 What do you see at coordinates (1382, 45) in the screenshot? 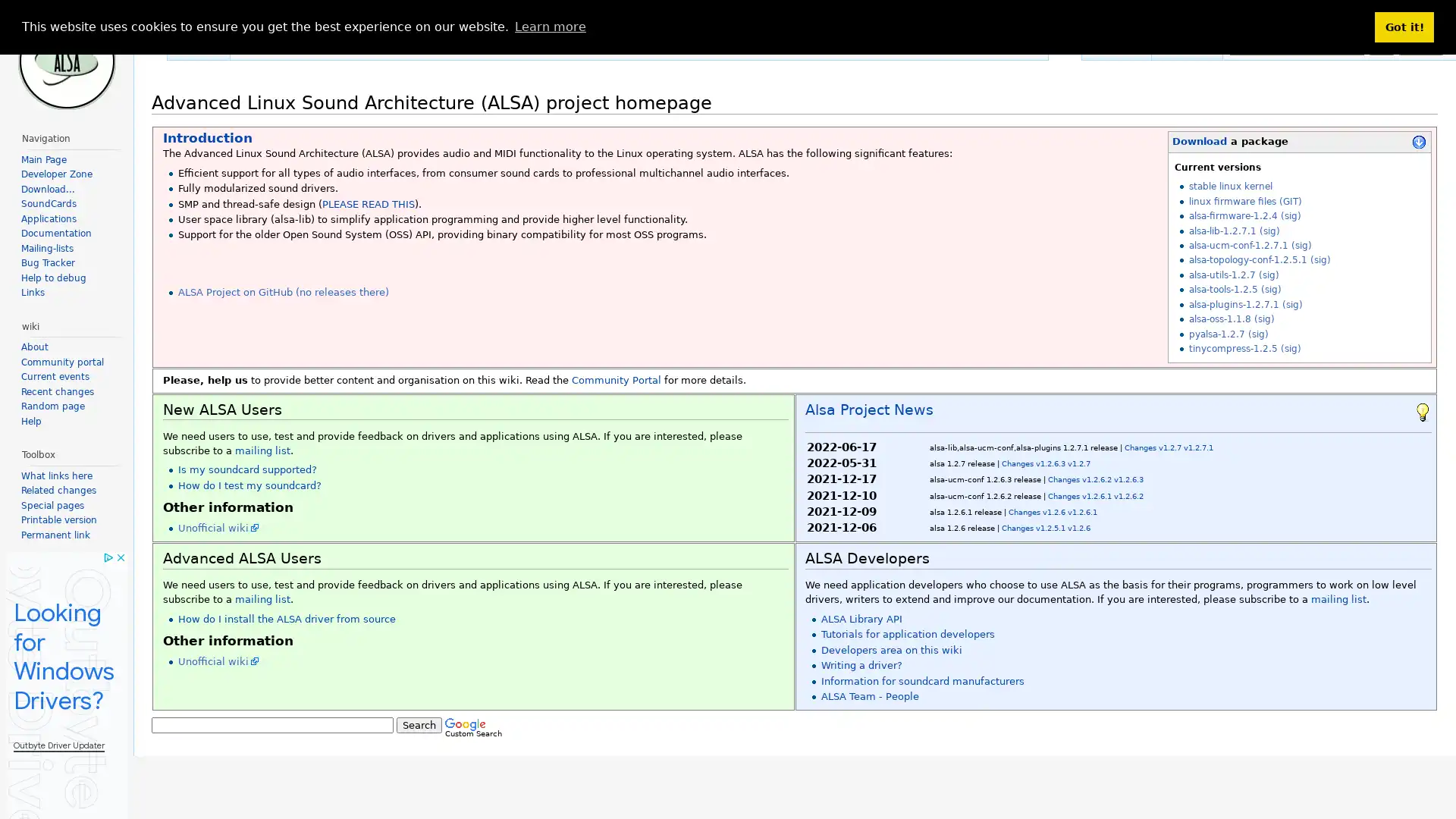
I see `Go` at bounding box center [1382, 45].